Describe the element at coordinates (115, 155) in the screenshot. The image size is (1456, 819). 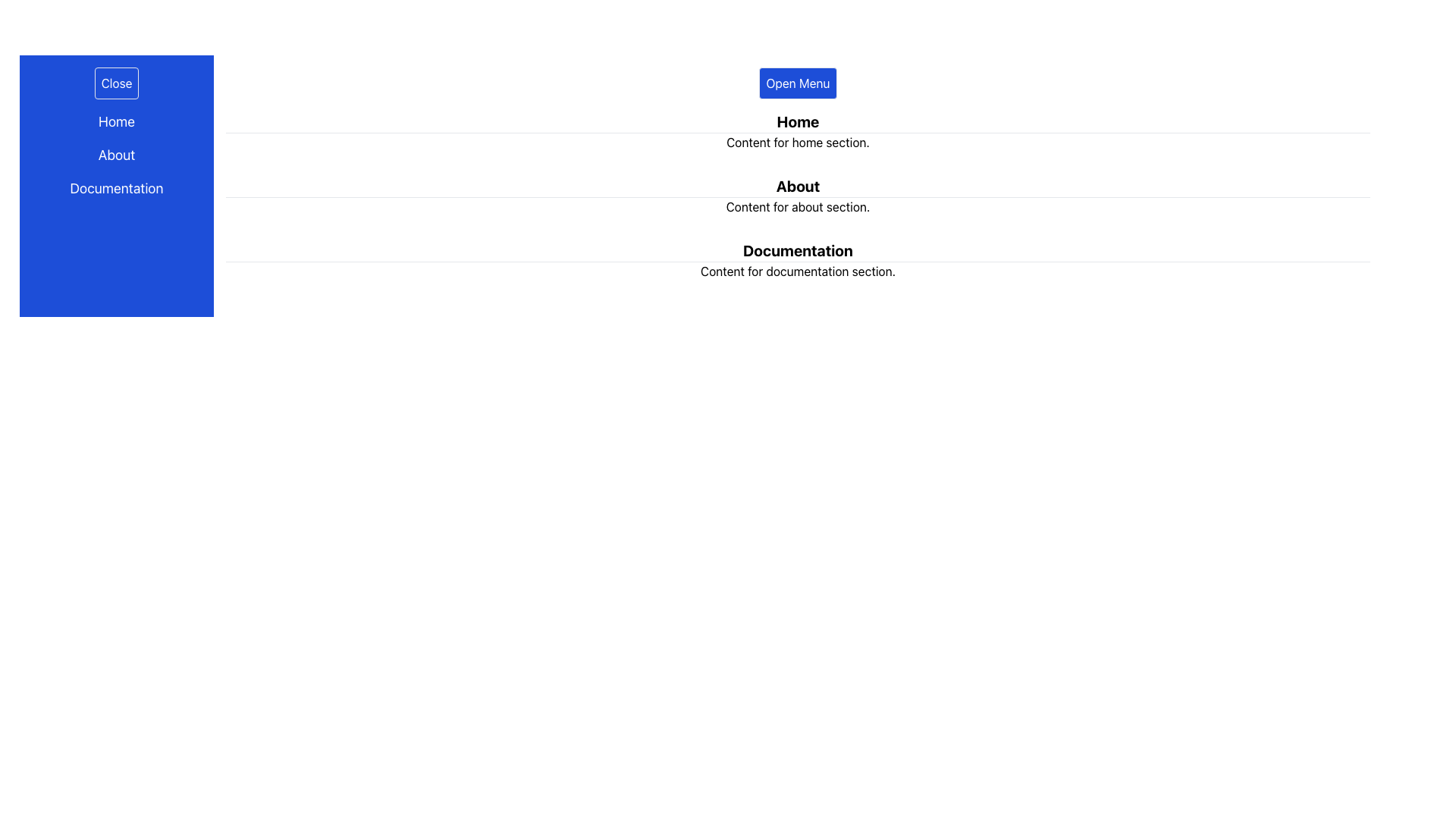
I see `the 'About' text label, which is styled in white on a blue background and located in the left-hand side navigation menu between 'Home' and 'Documentation'` at that location.